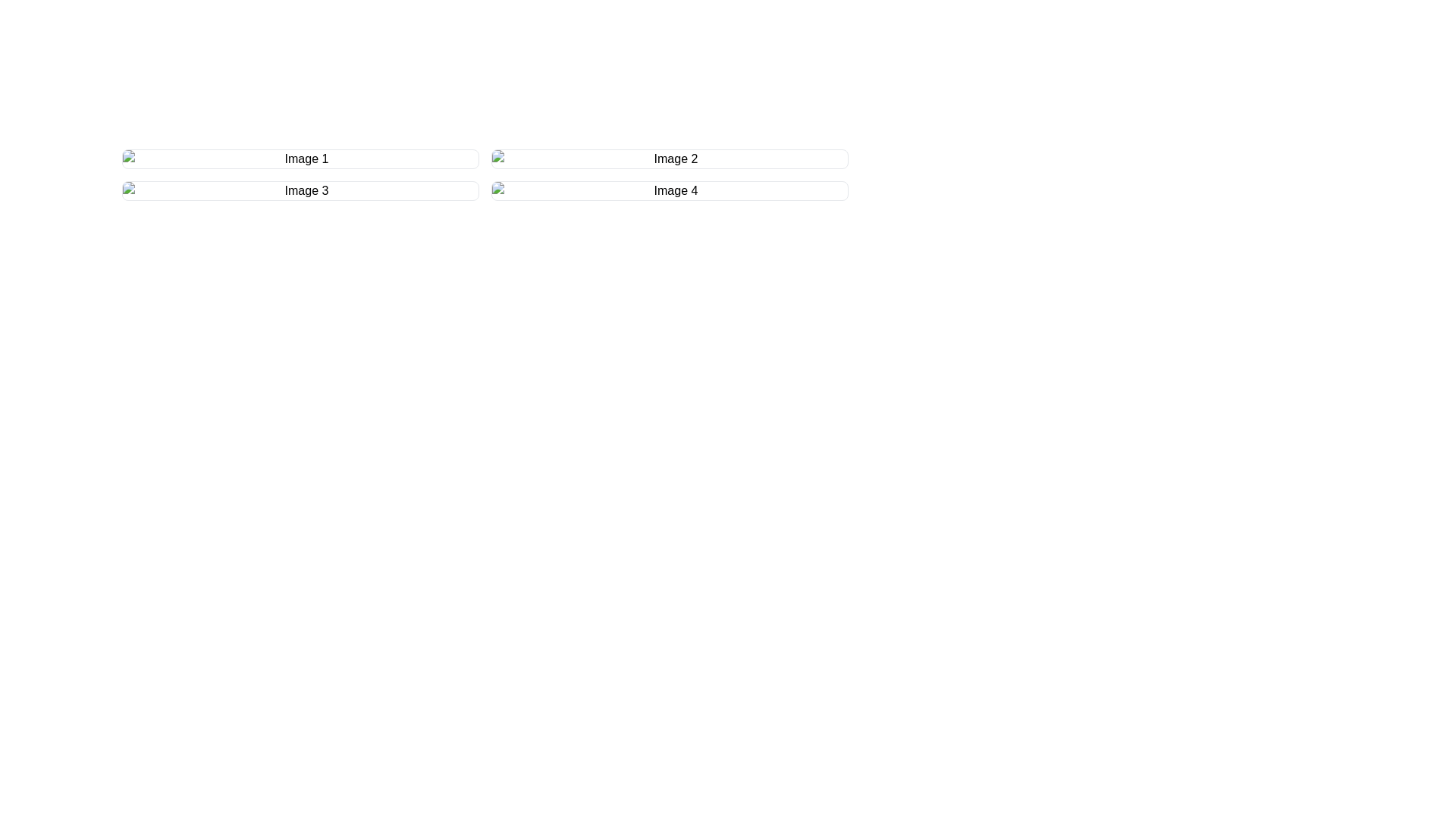 Image resolution: width=1456 pixels, height=819 pixels. Describe the element at coordinates (300, 190) in the screenshot. I see `the placeholder image with alternate text 'Image 3', which is a medium-sized rectangular graphic located in the second row of the grid layout` at that location.